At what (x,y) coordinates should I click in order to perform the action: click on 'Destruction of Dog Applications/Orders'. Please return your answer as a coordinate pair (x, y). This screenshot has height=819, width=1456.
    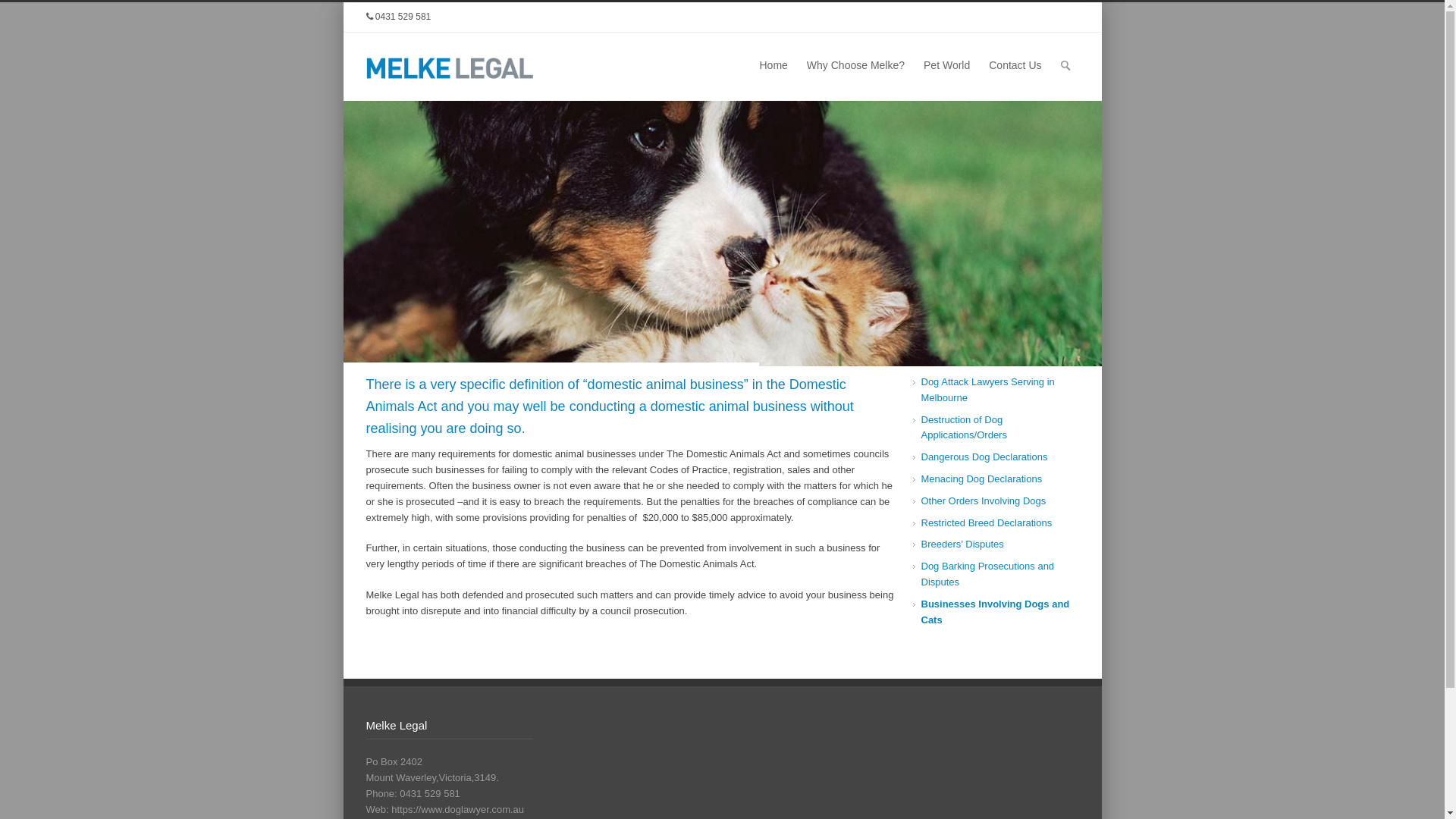
    Looking at the image, I should click on (962, 427).